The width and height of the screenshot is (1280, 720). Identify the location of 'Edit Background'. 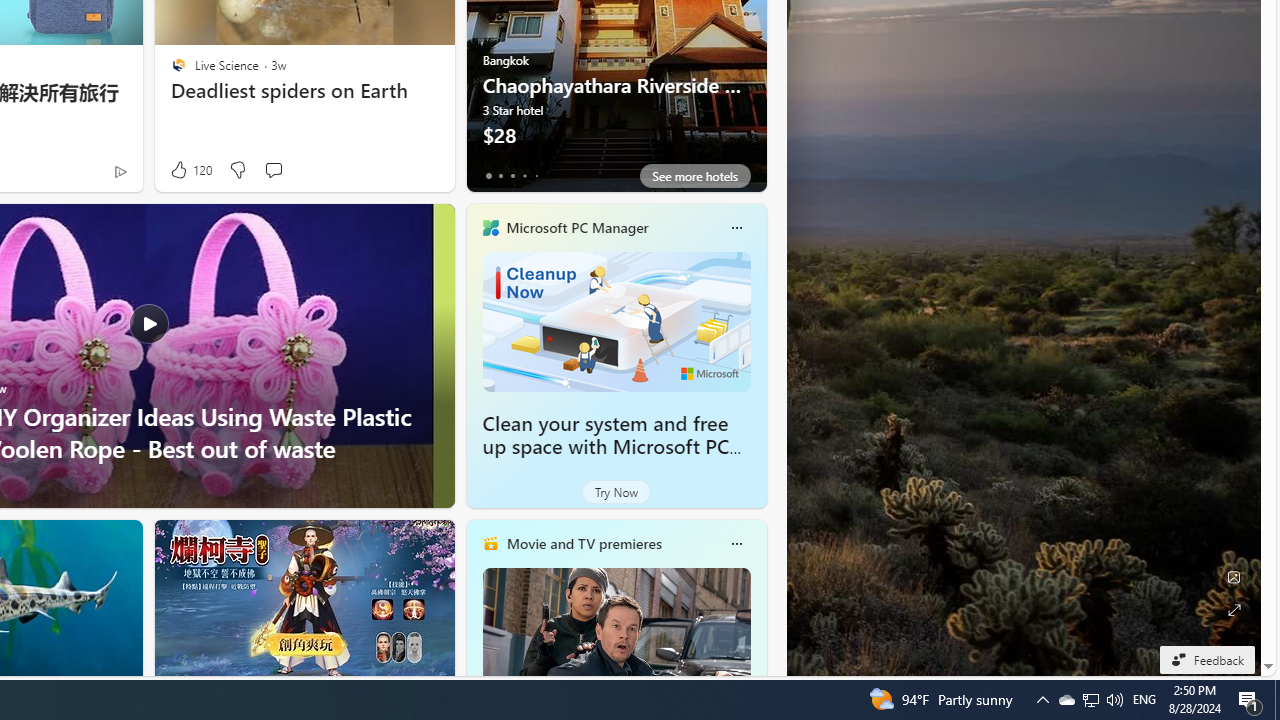
(1232, 577).